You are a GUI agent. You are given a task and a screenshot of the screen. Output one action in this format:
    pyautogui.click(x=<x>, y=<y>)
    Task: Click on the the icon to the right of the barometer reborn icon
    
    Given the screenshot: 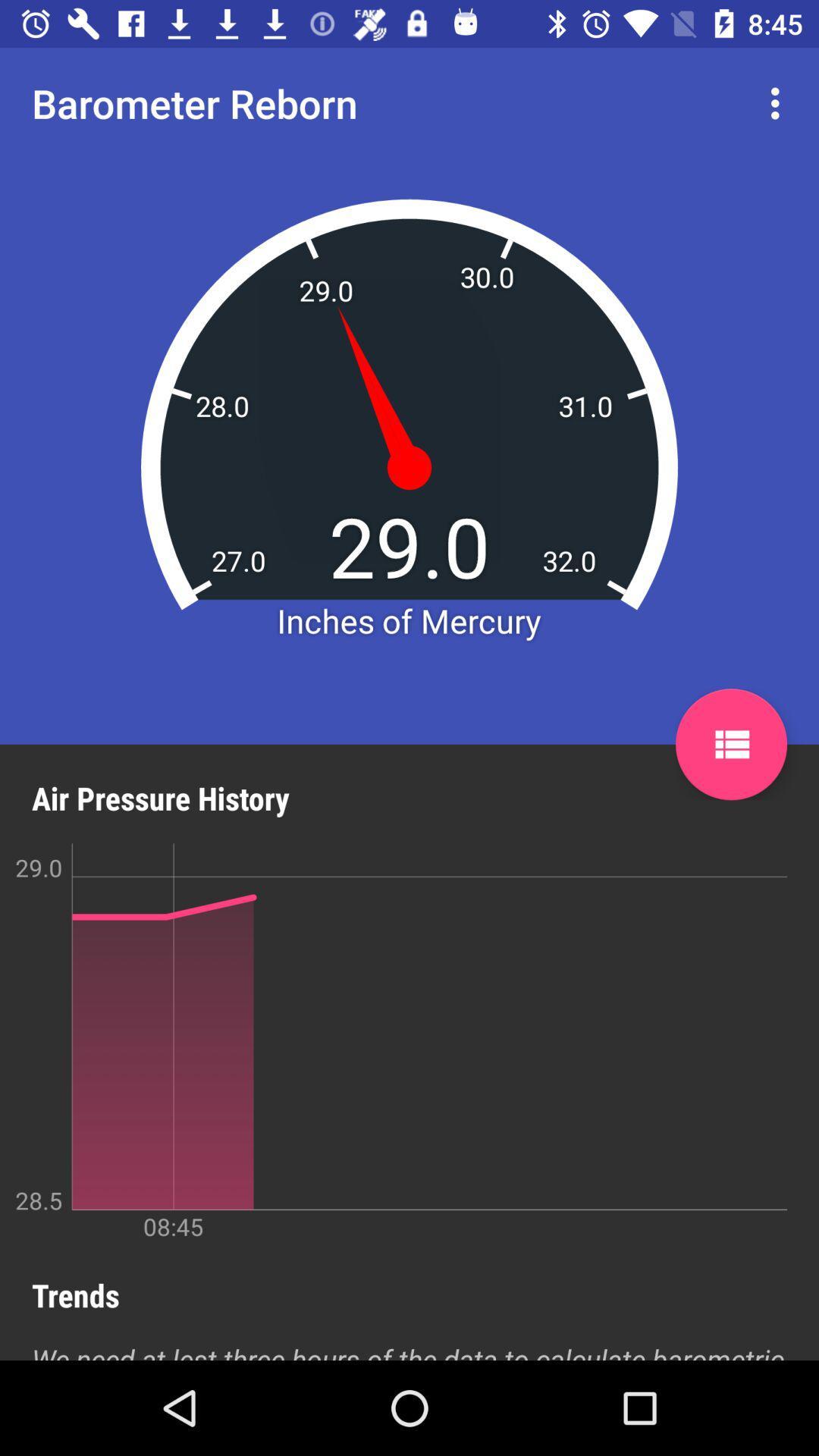 What is the action you would take?
    pyautogui.click(x=779, y=102)
    